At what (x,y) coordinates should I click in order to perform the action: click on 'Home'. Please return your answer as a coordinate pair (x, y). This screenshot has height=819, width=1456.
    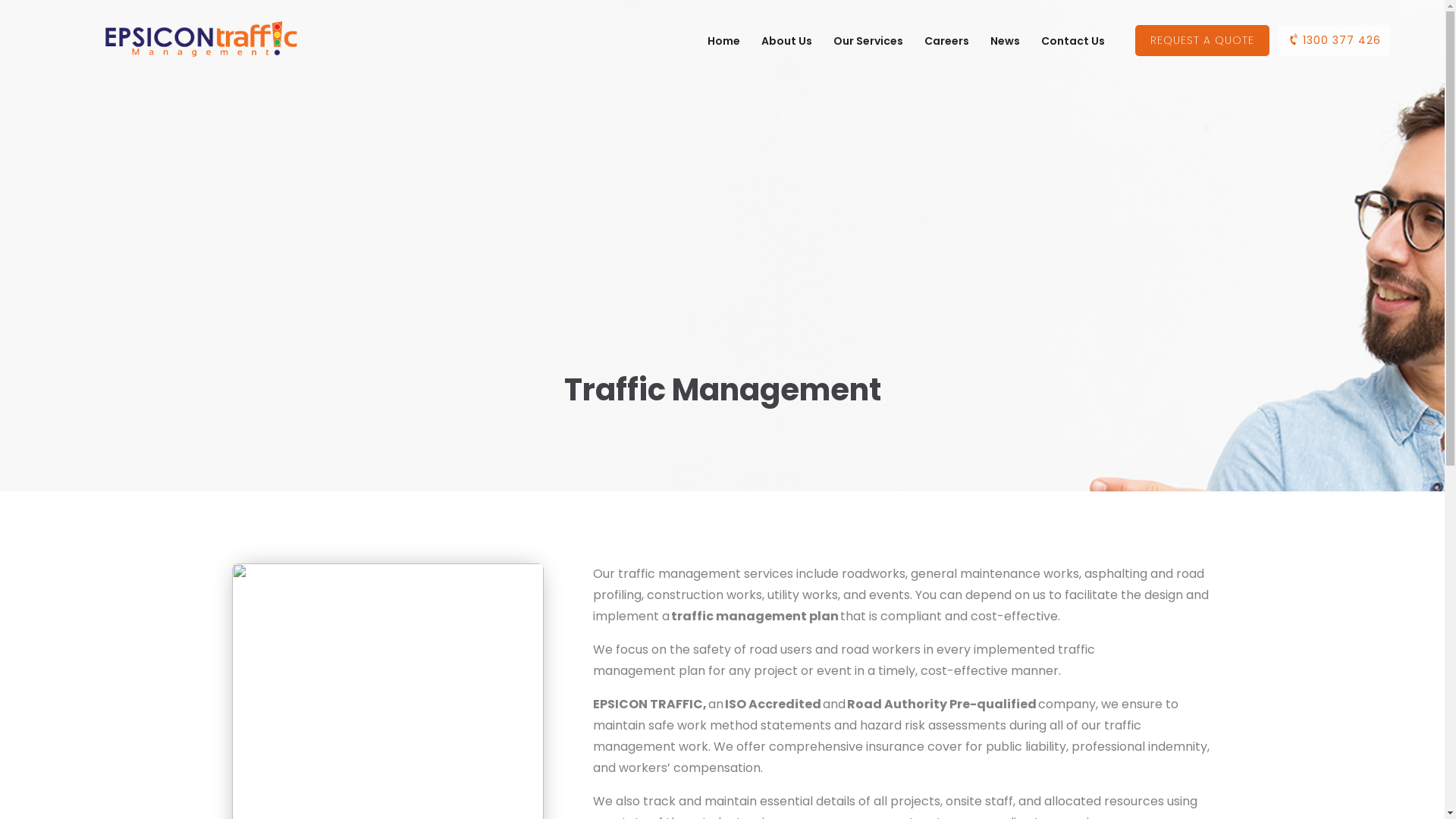
    Looking at the image, I should click on (701, 40).